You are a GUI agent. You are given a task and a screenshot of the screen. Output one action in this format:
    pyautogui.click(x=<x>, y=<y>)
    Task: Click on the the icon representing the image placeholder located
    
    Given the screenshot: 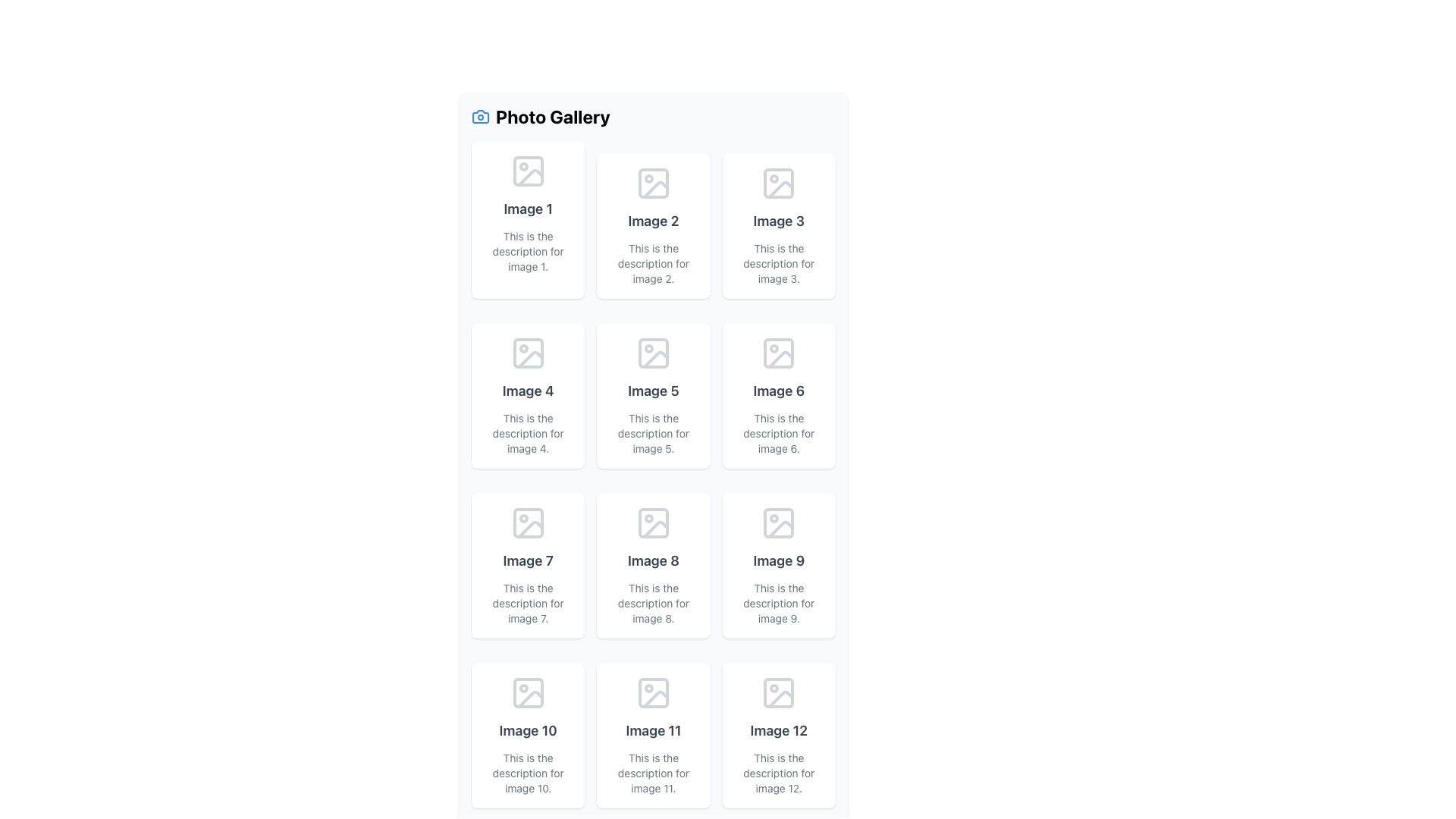 What is the action you would take?
    pyautogui.click(x=779, y=522)
    